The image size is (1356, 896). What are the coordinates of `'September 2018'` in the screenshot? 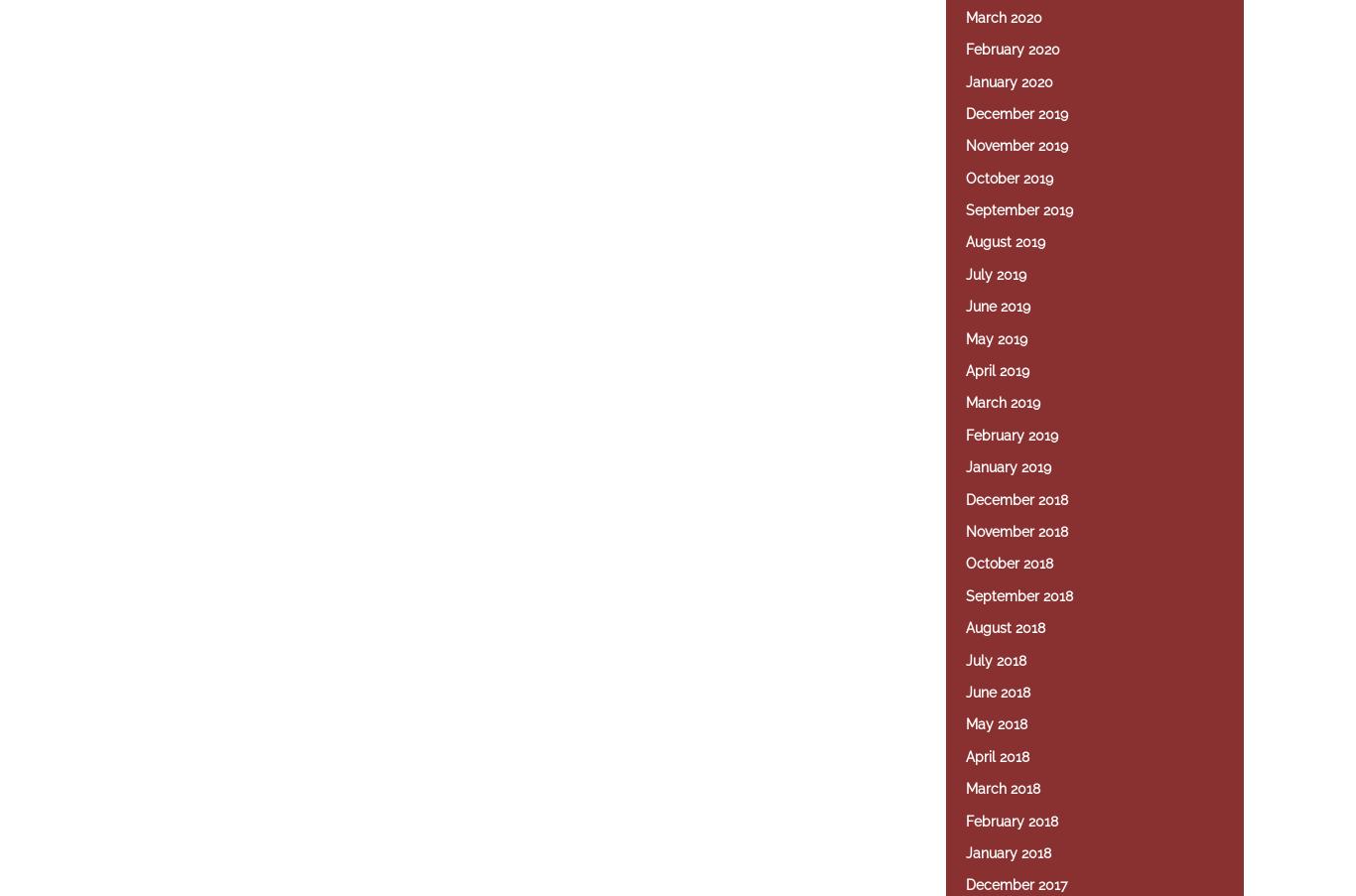 It's located at (1017, 595).